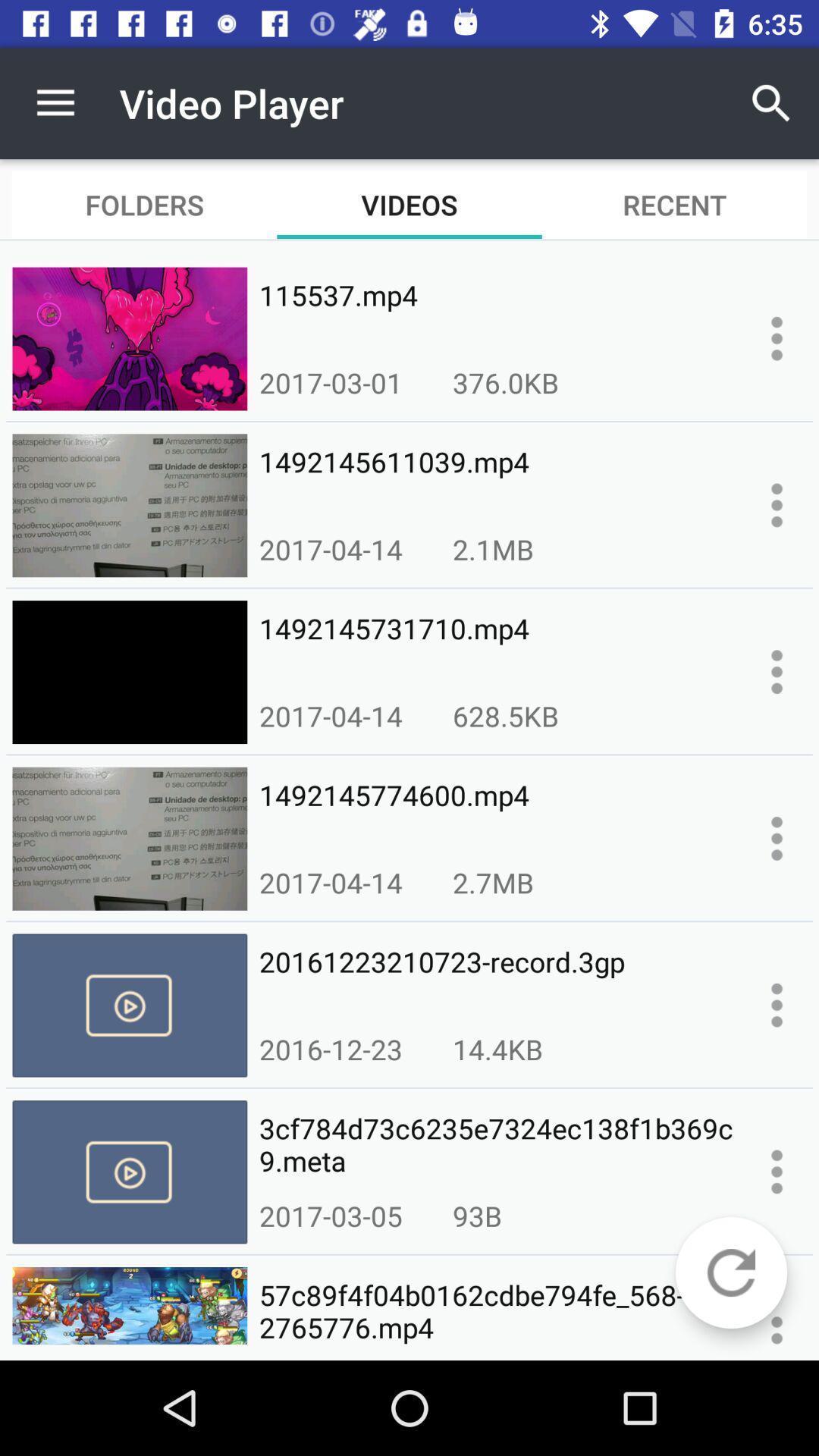 The image size is (819, 1456). Describe the element at coordinates (777, 505) in the screenshot. I see `more information about the video` at that location.